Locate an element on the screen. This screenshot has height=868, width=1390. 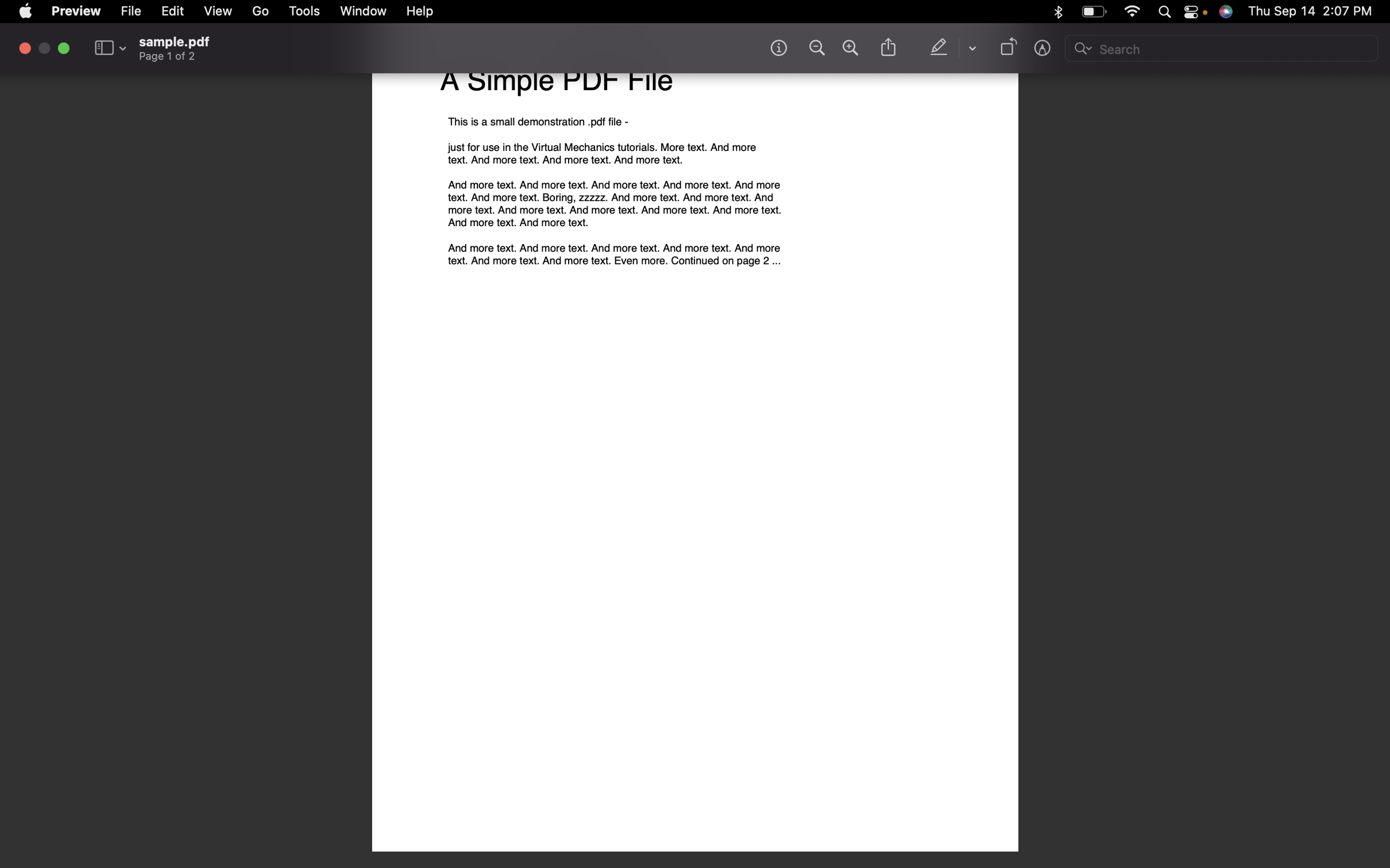
Magnify the content of the document is located at coordinates (850, 48).